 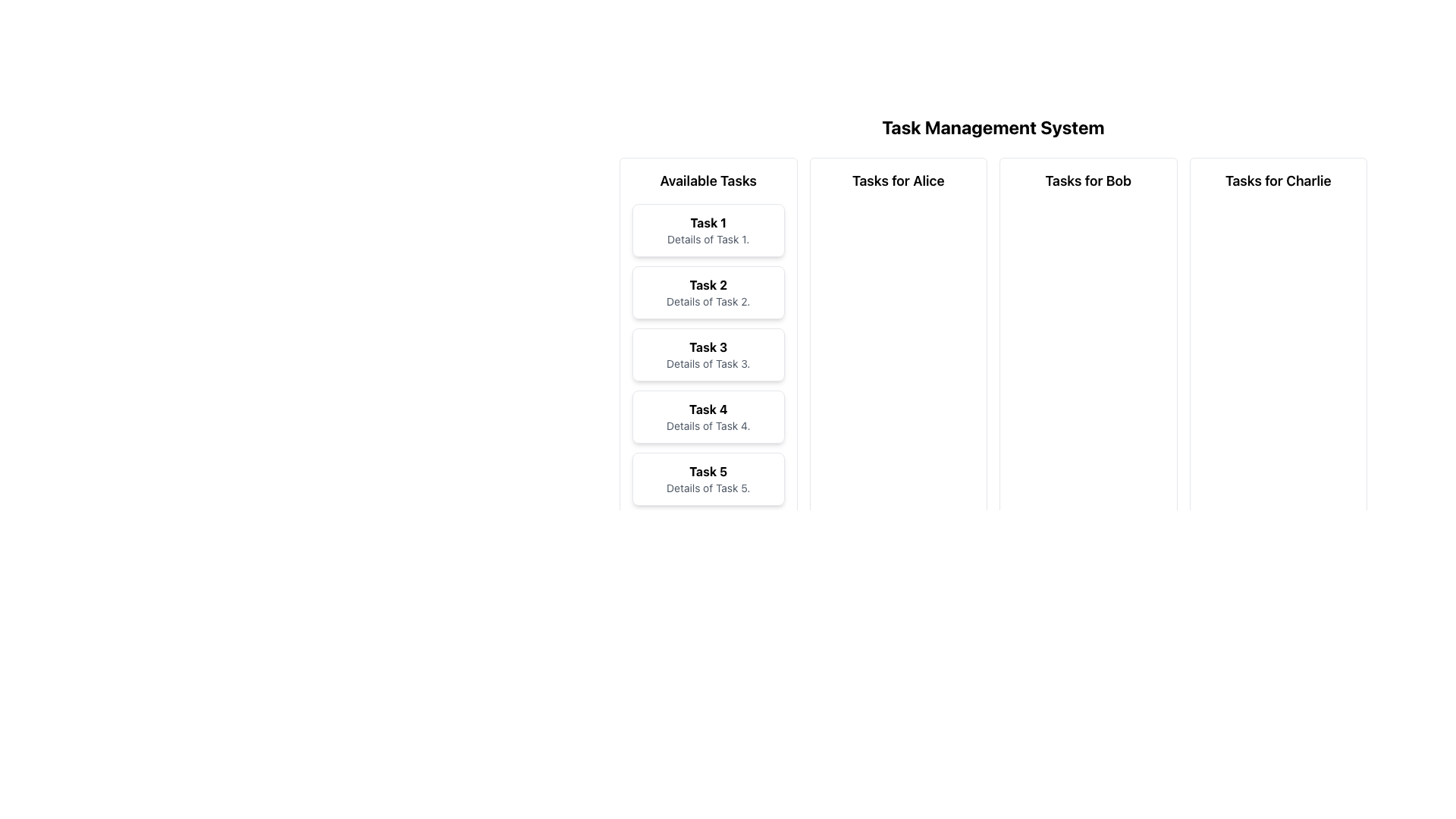 What do you see at coordinates (708, 231) in the screenshot?
I see `displayed text of the first task item in the 'Available Tasks' section, which is located in the leftmost column` at bounding box center [708, 231].